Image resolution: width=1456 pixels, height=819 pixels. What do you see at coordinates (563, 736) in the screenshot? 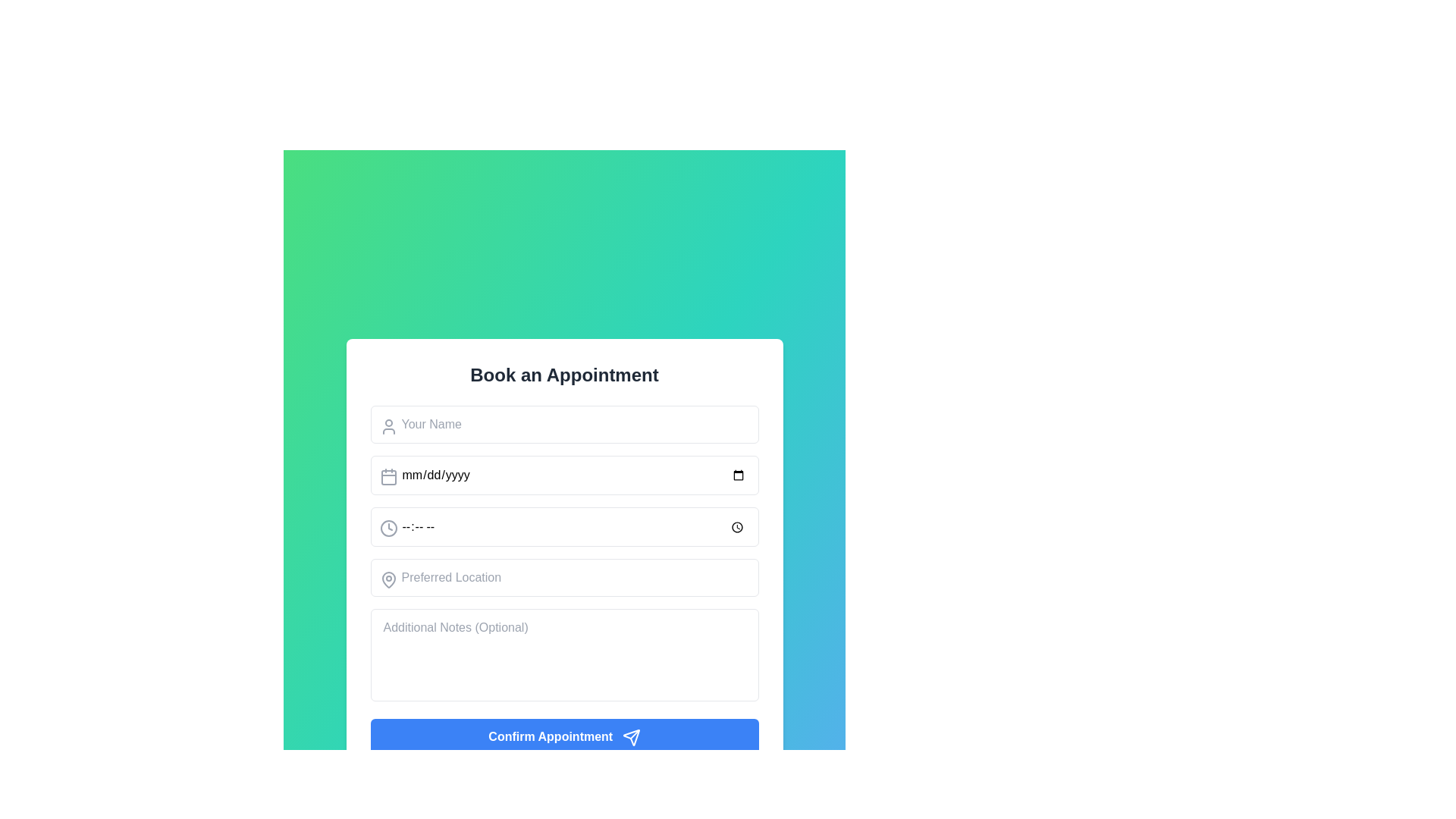
I see `the submit button located at the bottom of the form layout, directly below the 'Additional Notes (Optional)' text field, to observe any hover effects` at bounding box center [563, 736].